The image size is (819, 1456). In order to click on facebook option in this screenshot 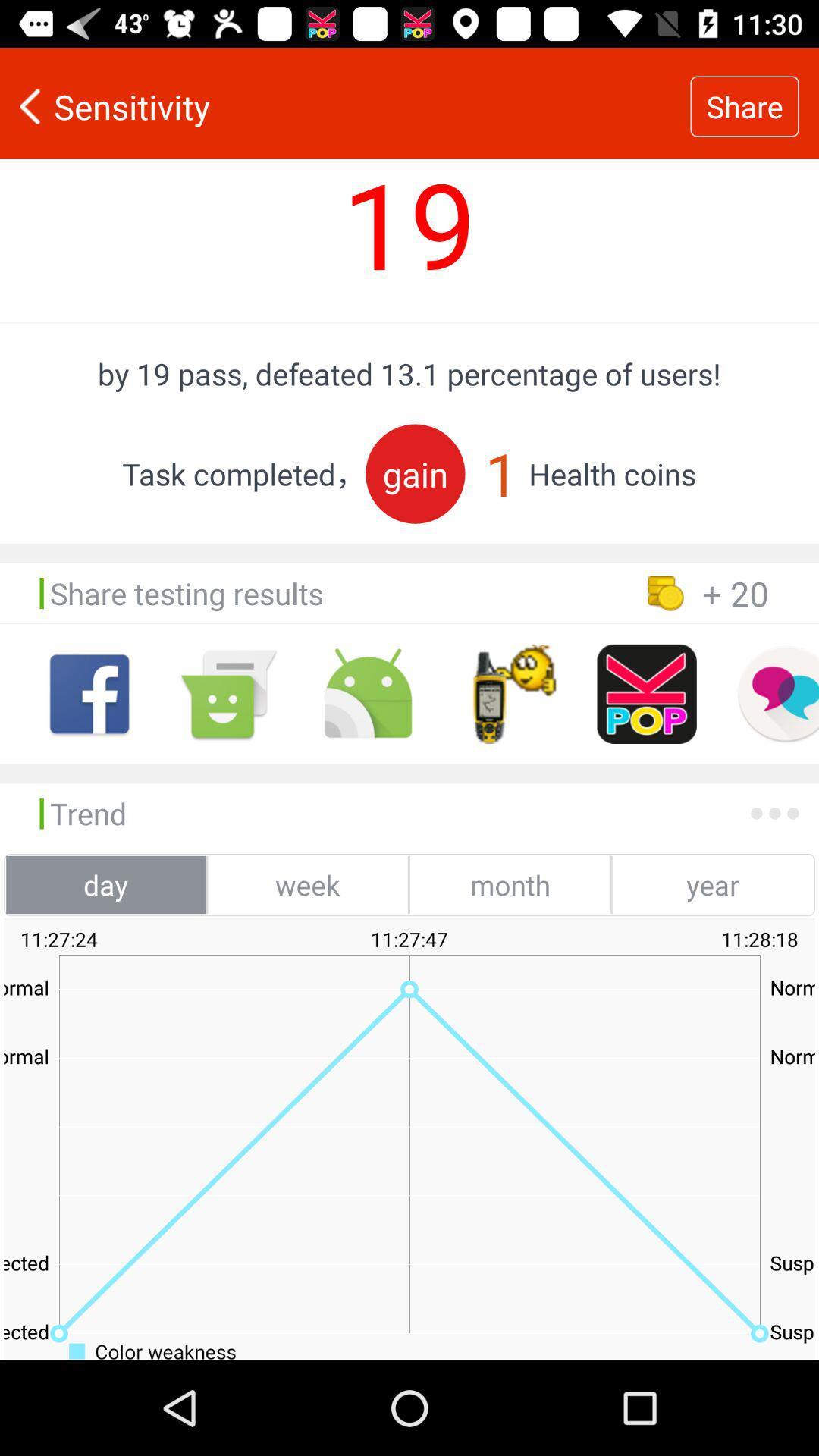, I will do `click(89, 693)`.